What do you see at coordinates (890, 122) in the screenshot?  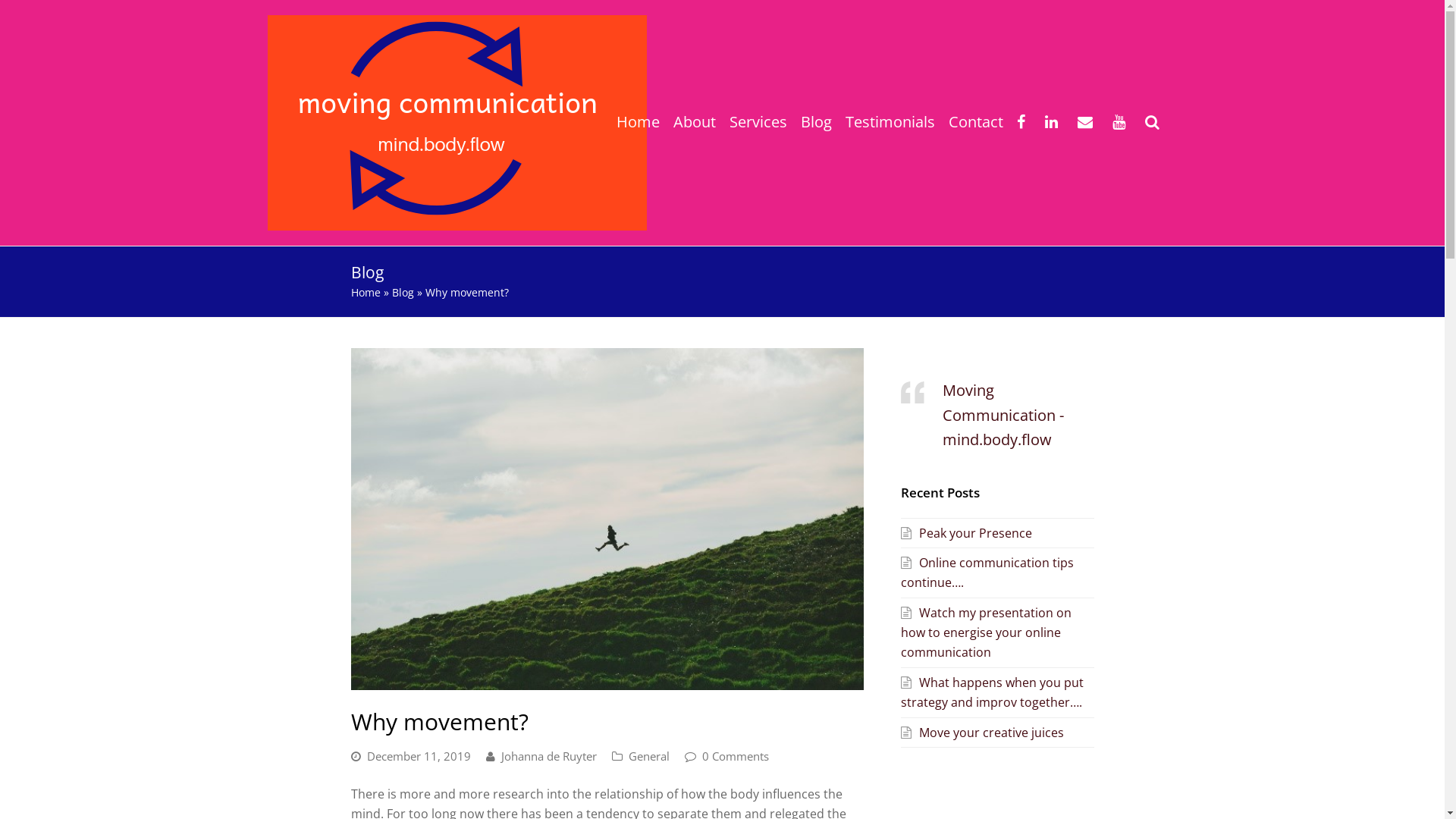 I see `'Testimonials'` at bounding box center [890, 122].